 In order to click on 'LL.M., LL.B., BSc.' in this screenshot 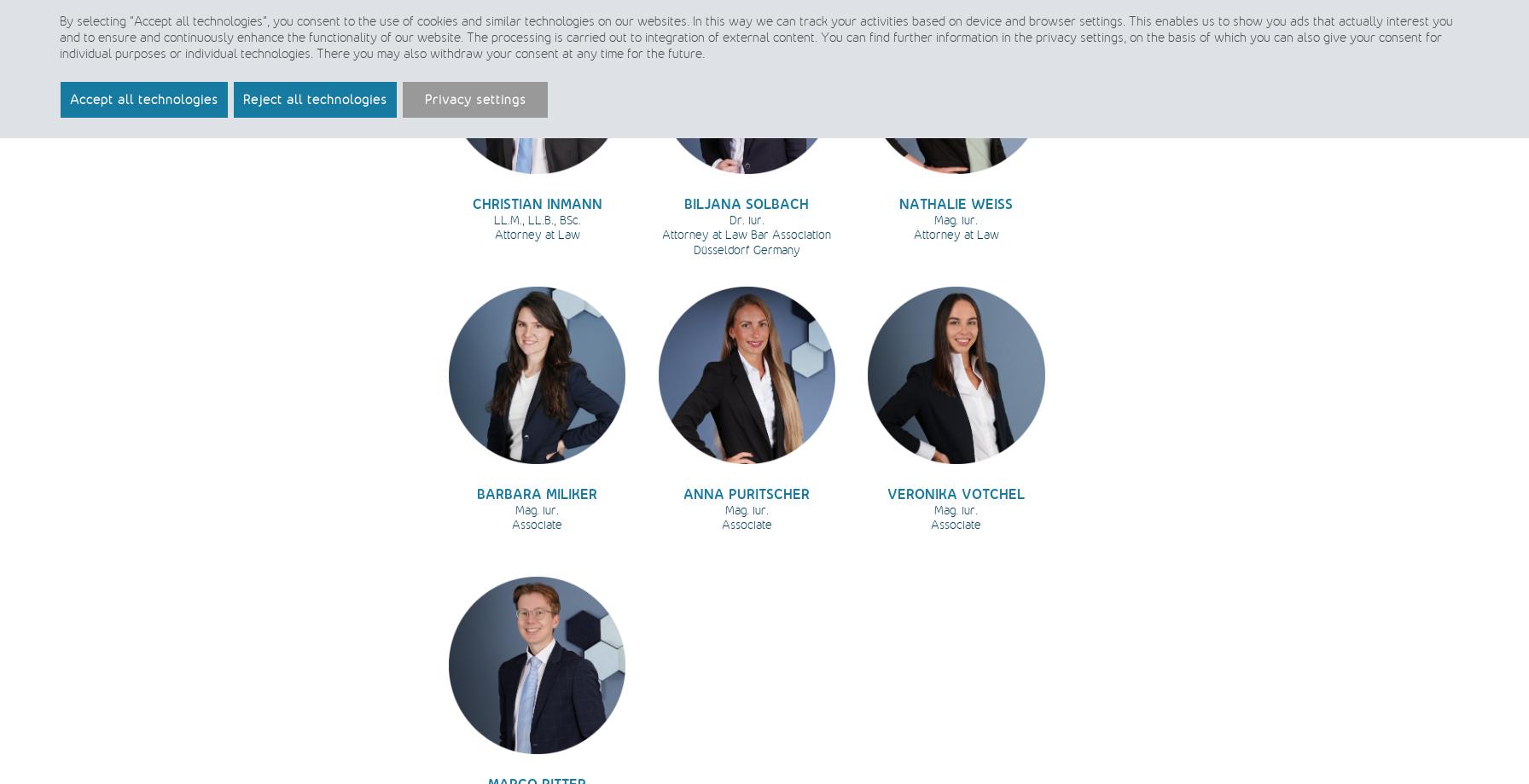, I will do `click(536, 219)`.